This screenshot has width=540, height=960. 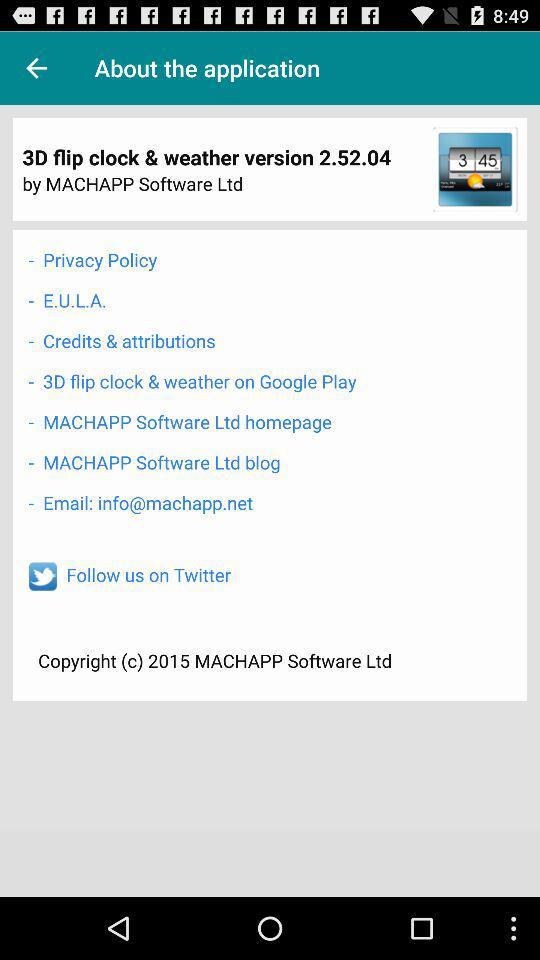 What do you see at coordinates (42, 576) in the screenshot?
I see `follow on twitter` at bounding box center [42, 576].